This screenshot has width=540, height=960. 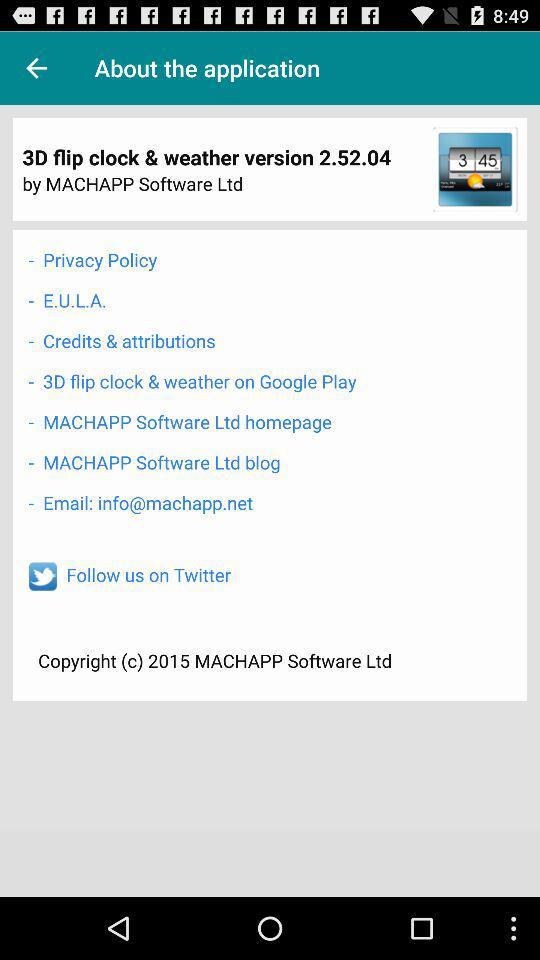 What do you see at coordinates (42, 576) in the screenshot?
I see `follow on twitter` at bounding box center [42, 576].